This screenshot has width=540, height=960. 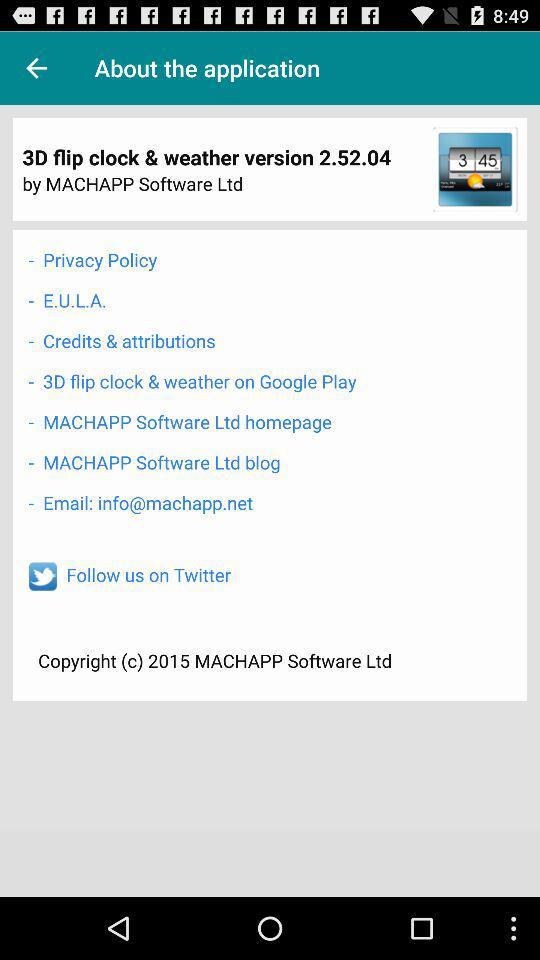 What do you see at coordinates (42, 576) in the screenshot?
I see `follow on twitter` at bounding box center [42, 576].